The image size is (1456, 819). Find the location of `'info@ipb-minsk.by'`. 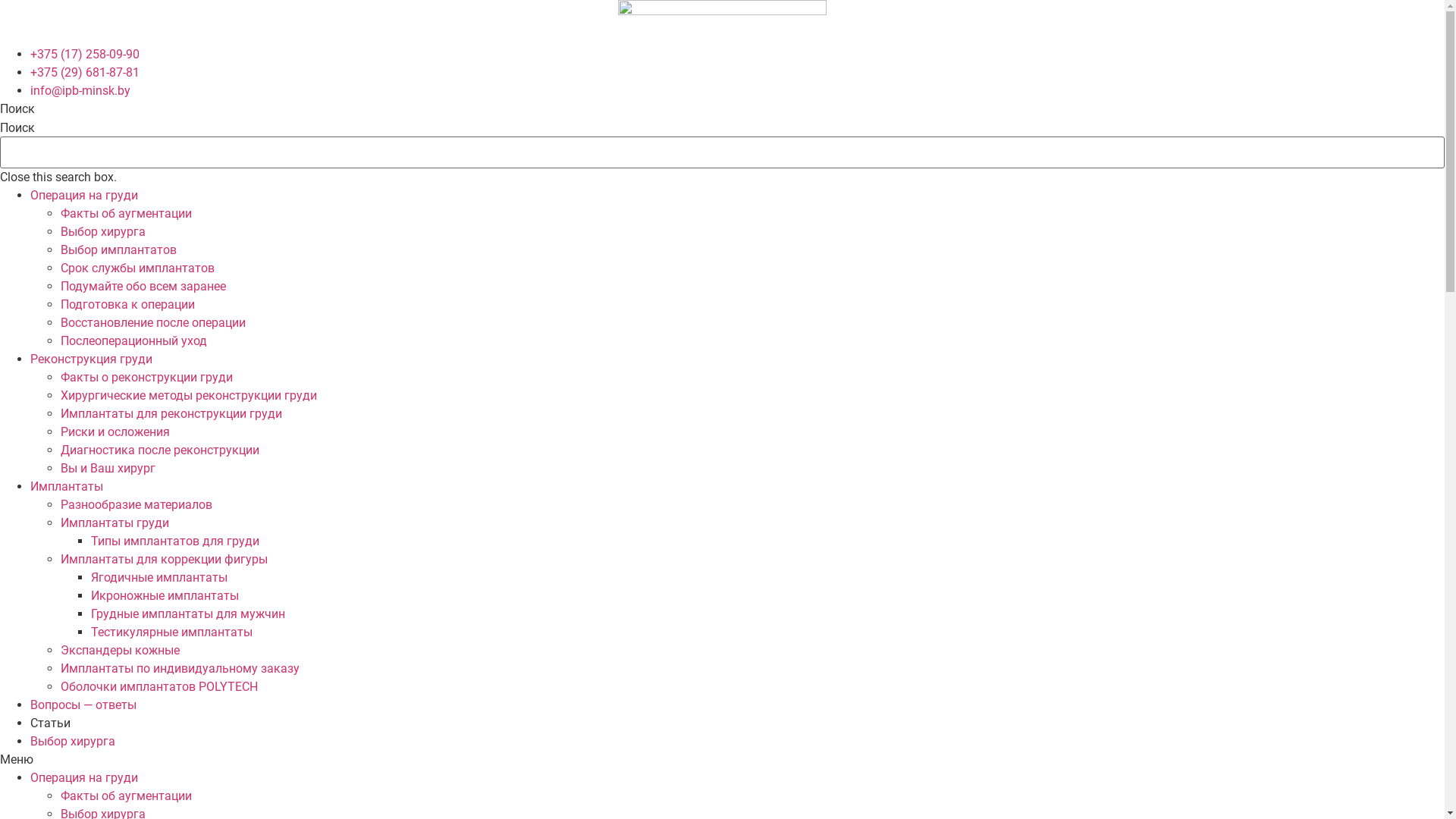

'info@ipb-minsk.by' is located at coordinates (30, 90).